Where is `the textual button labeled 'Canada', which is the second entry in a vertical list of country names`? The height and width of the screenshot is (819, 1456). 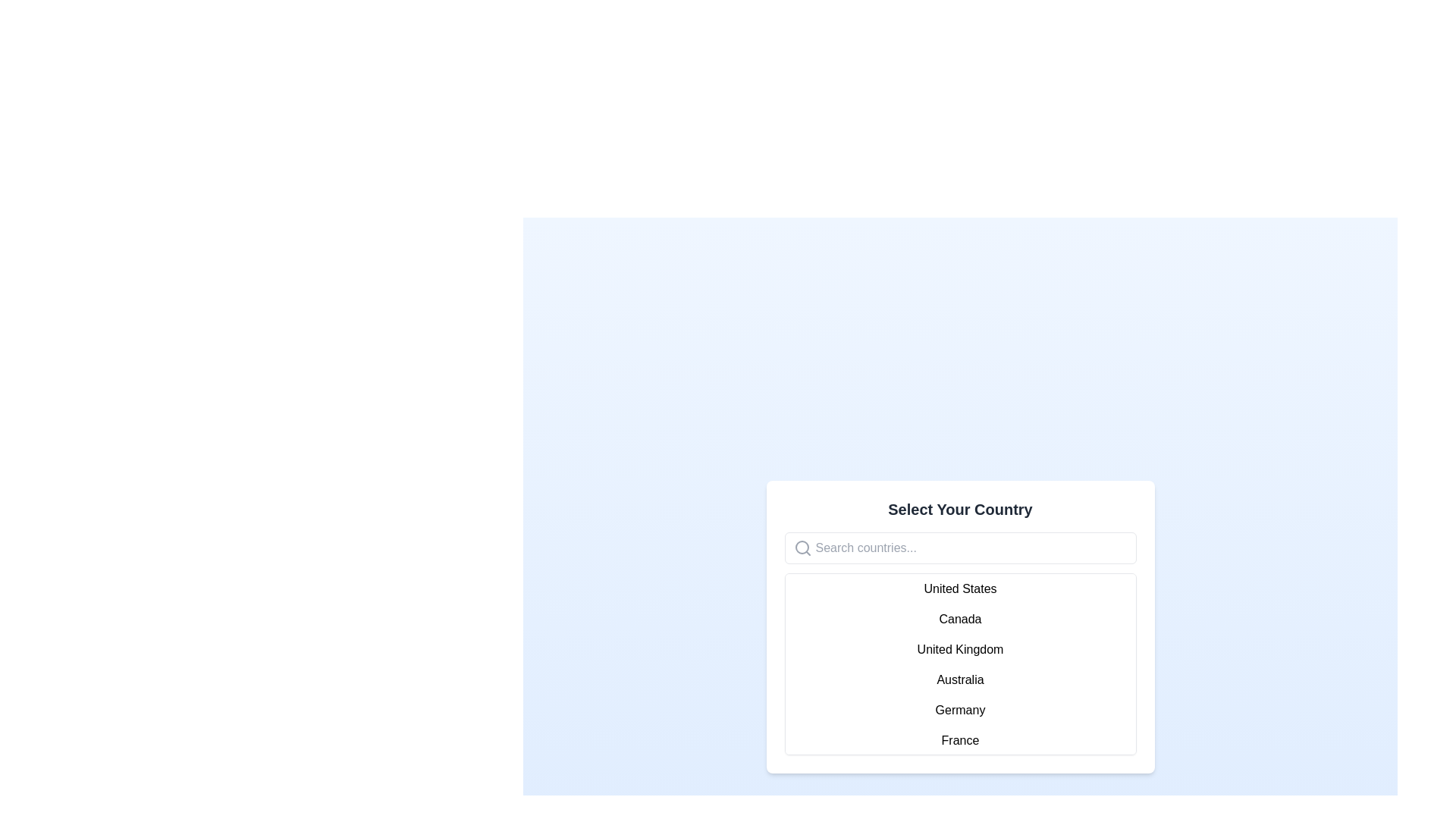 the textual button labeled 'Canada', which is the second entry in a vertical list of country names is located at coordinates (959, 620).